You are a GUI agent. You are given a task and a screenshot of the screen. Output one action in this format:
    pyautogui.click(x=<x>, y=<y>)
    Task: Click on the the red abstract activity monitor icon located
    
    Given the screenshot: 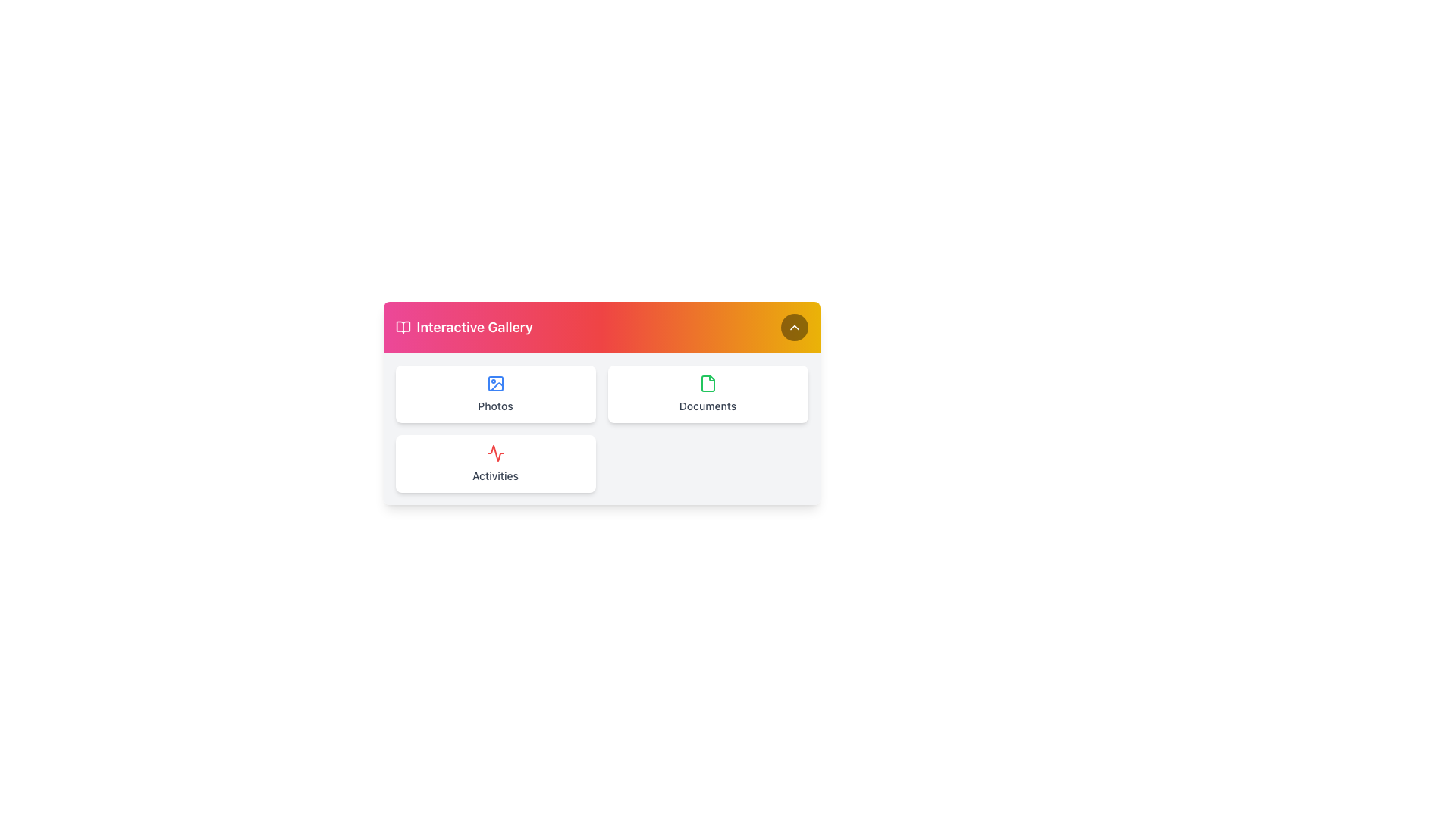 What is the action you would take?
    pyautogui.click(x=495, y=452)
    